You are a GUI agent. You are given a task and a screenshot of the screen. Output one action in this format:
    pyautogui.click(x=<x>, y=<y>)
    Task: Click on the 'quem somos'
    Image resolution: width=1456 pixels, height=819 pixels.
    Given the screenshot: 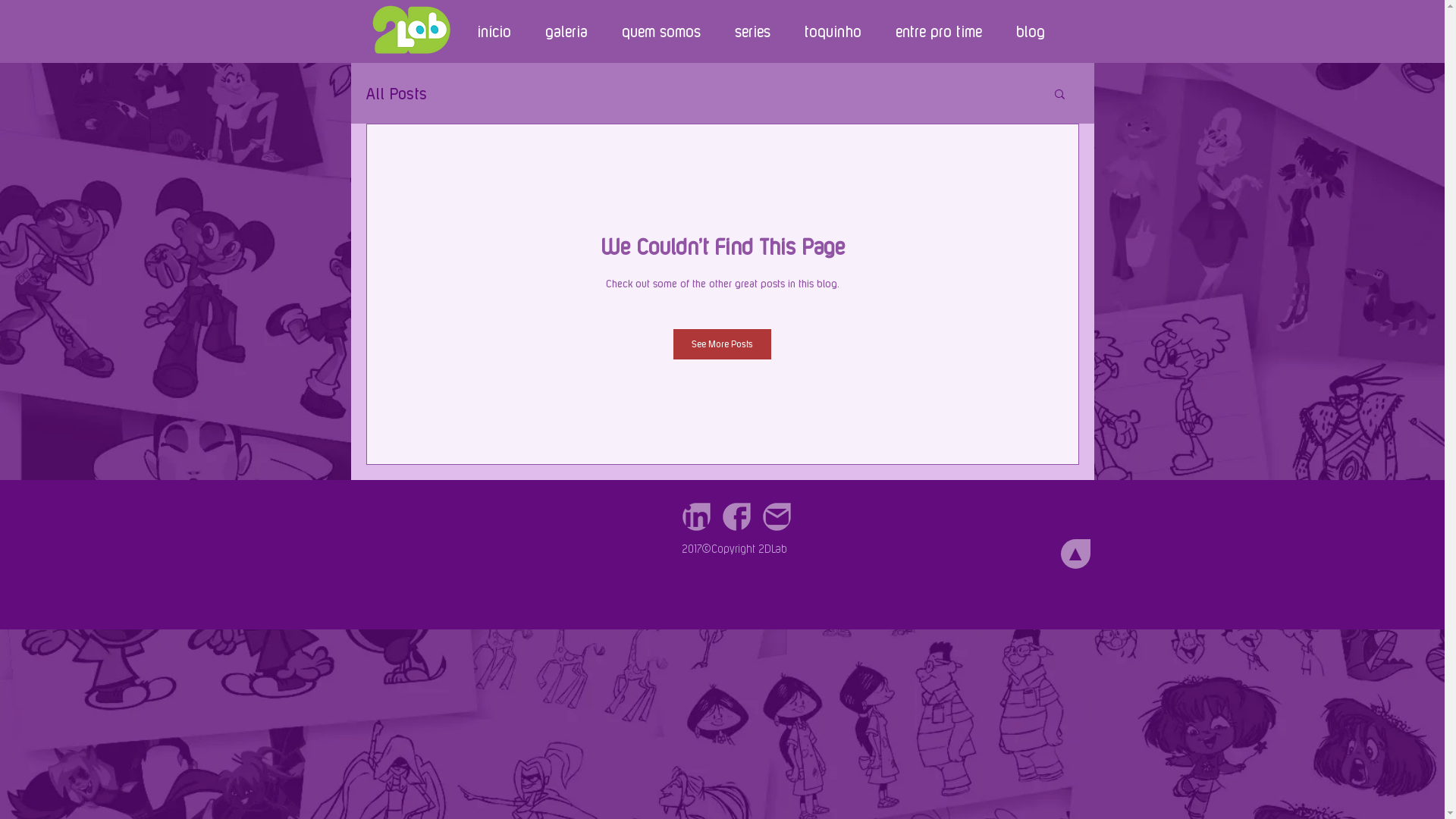 What is the action you would take?
    pyautogui.click(x=660, y=31)
    